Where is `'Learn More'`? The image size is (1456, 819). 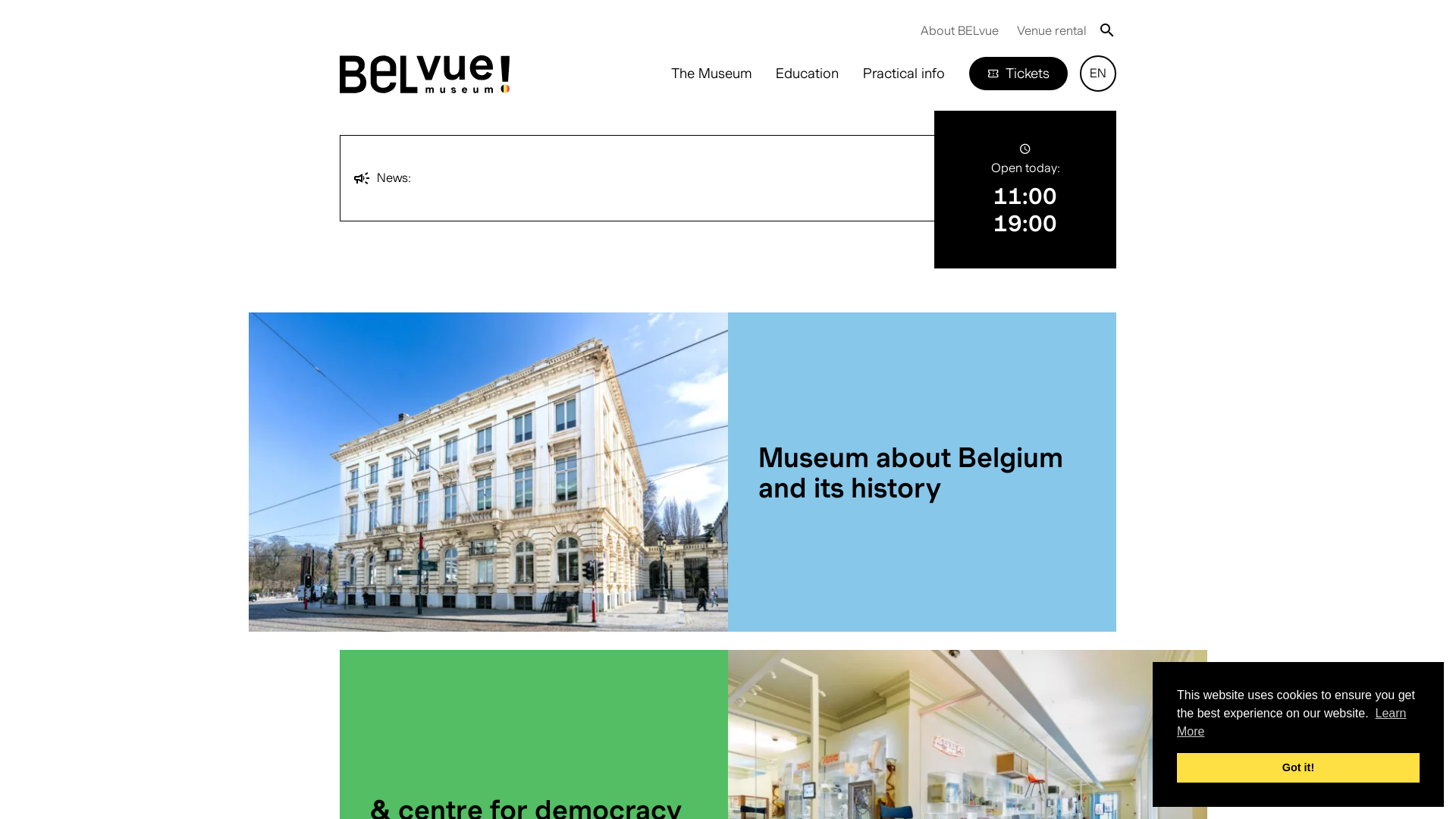 'Learn More' is located at coordinates (1291, 721).